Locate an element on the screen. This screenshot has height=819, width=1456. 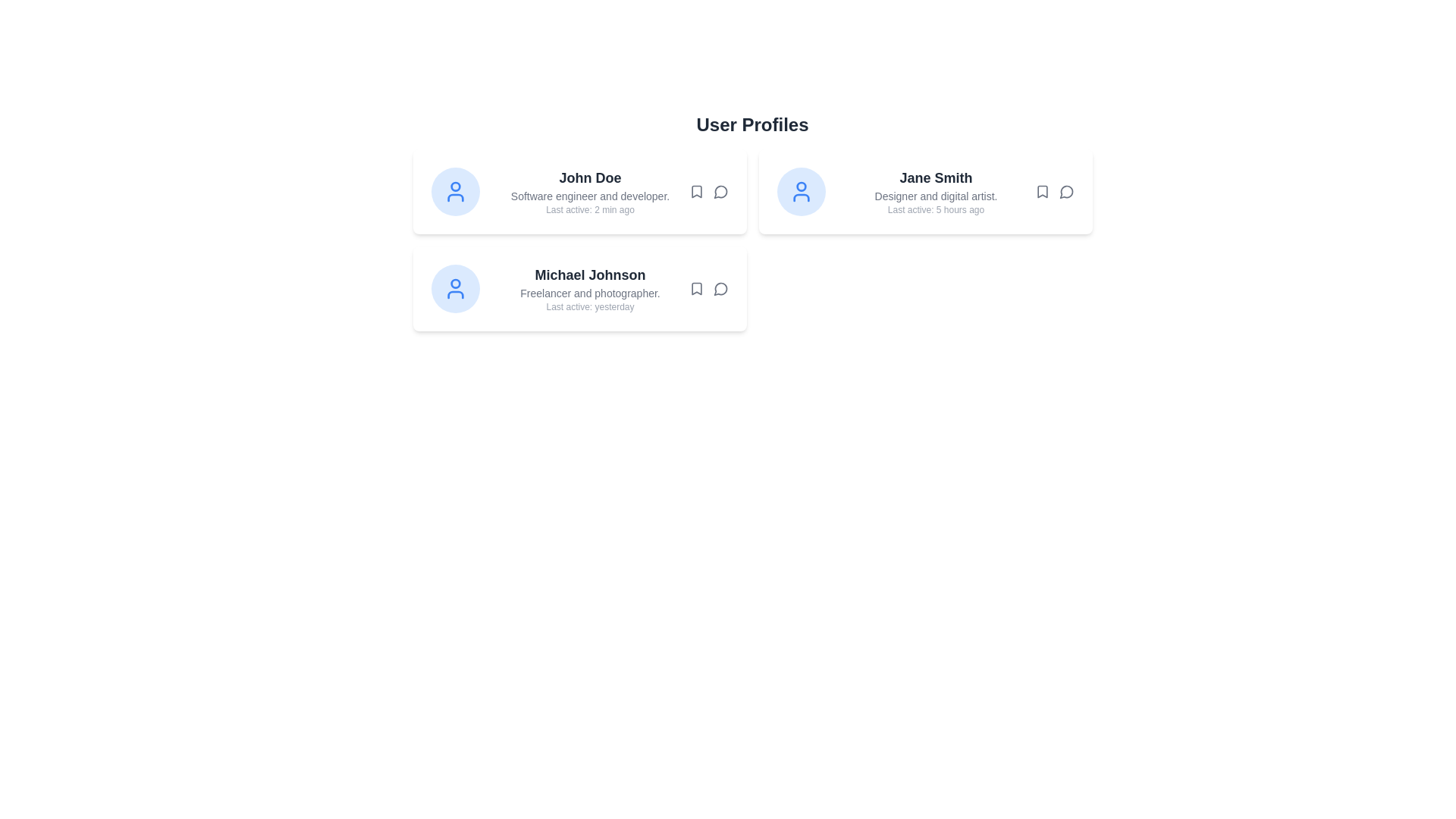
the decorative SVG circle representing the user profile icon for 'Jane Smith' located in the top-right quadrant of the layout is located at coordinates (800, 186).